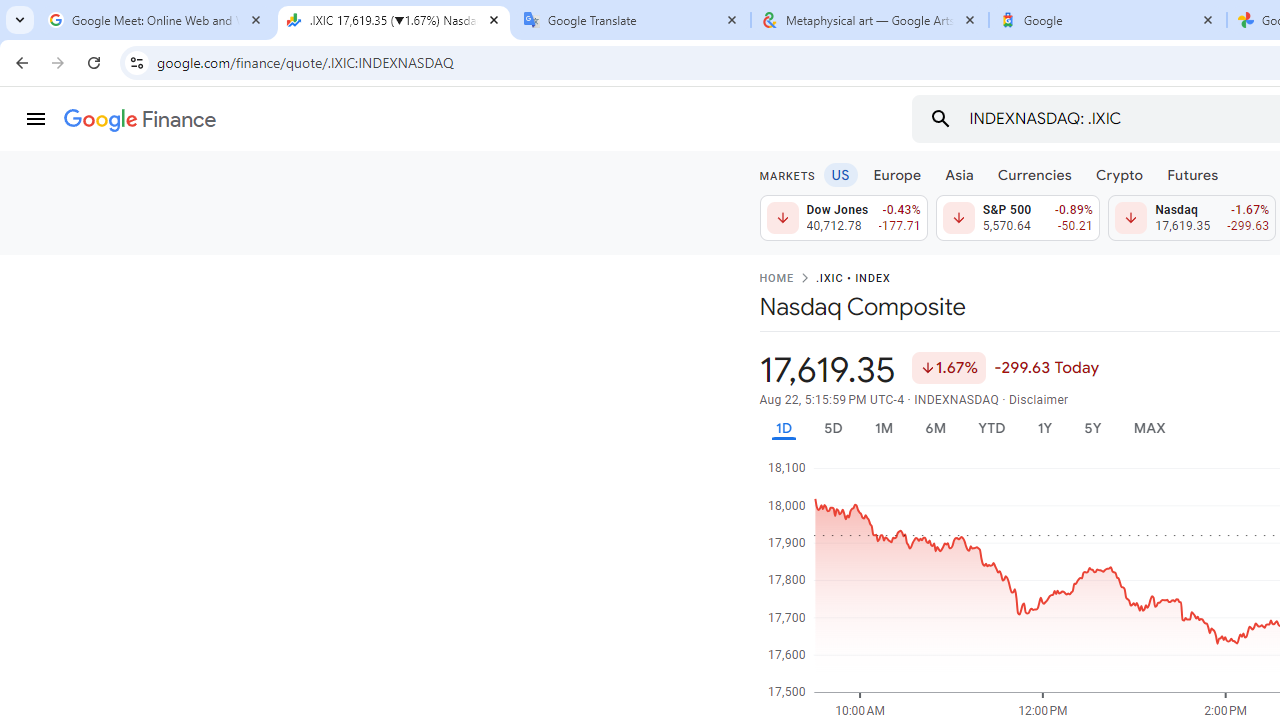 Image resolution: width=1280 pixels, height=720 pixels. I want to click on 'Nasdaq 17,619.35 Down by 1.67% -299.63', so click(1192, 218).